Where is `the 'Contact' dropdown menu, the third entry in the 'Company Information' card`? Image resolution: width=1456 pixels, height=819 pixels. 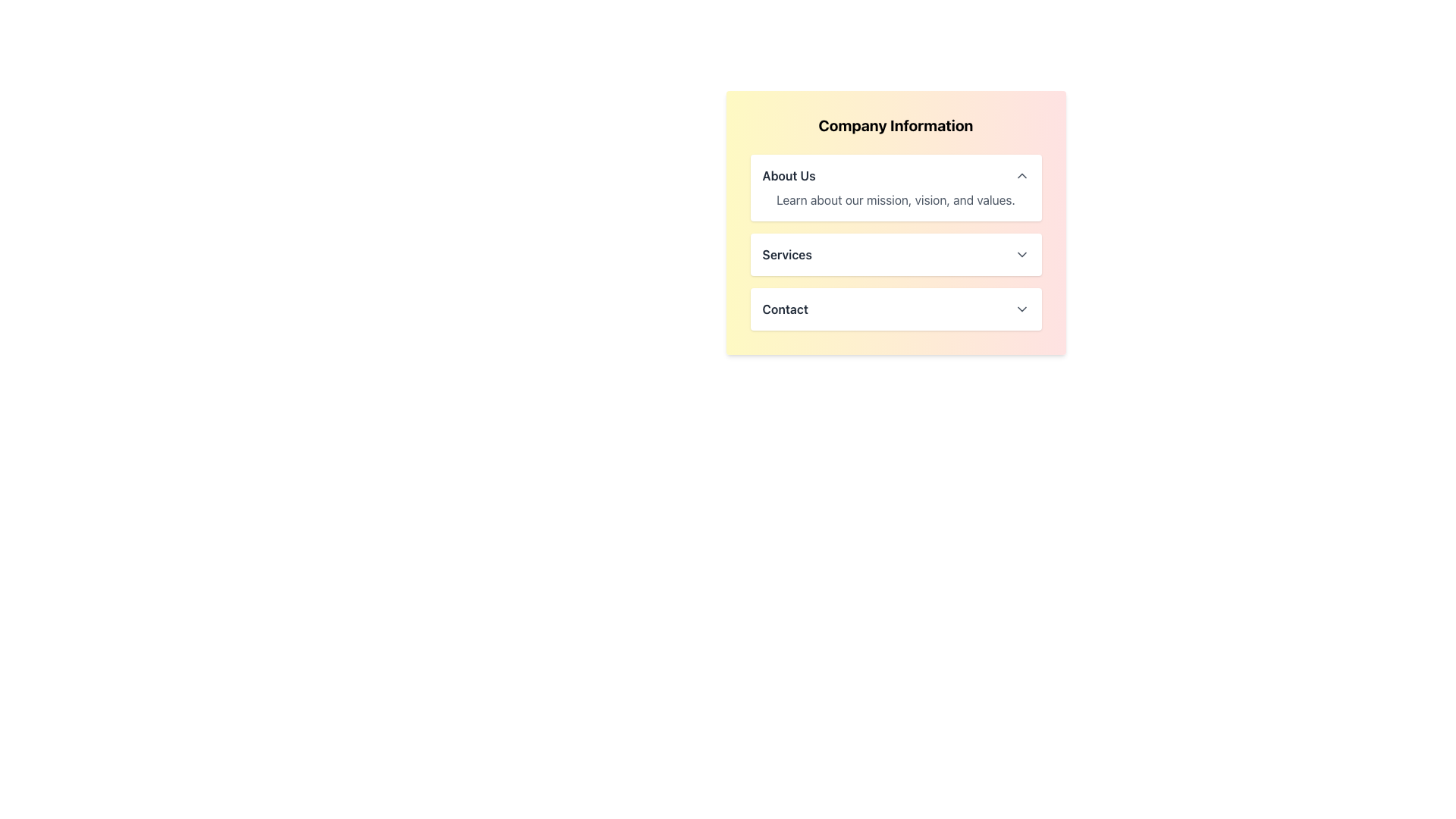
the 'Contact' dropdown menu, the third entry in the 'Company Information' card is located at coordinates (896, 309).